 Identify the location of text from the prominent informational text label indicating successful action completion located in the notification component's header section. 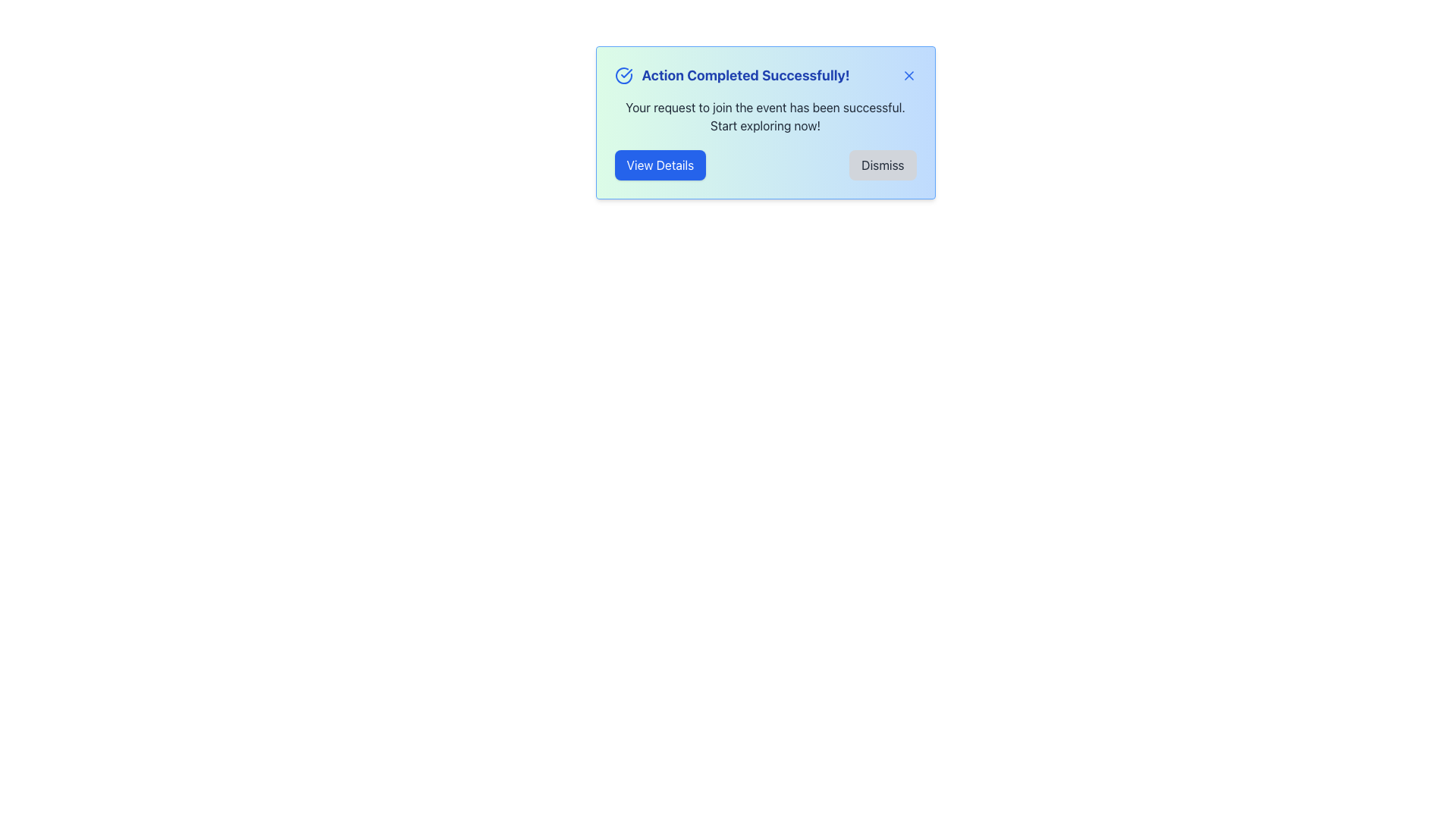
(745, 76).